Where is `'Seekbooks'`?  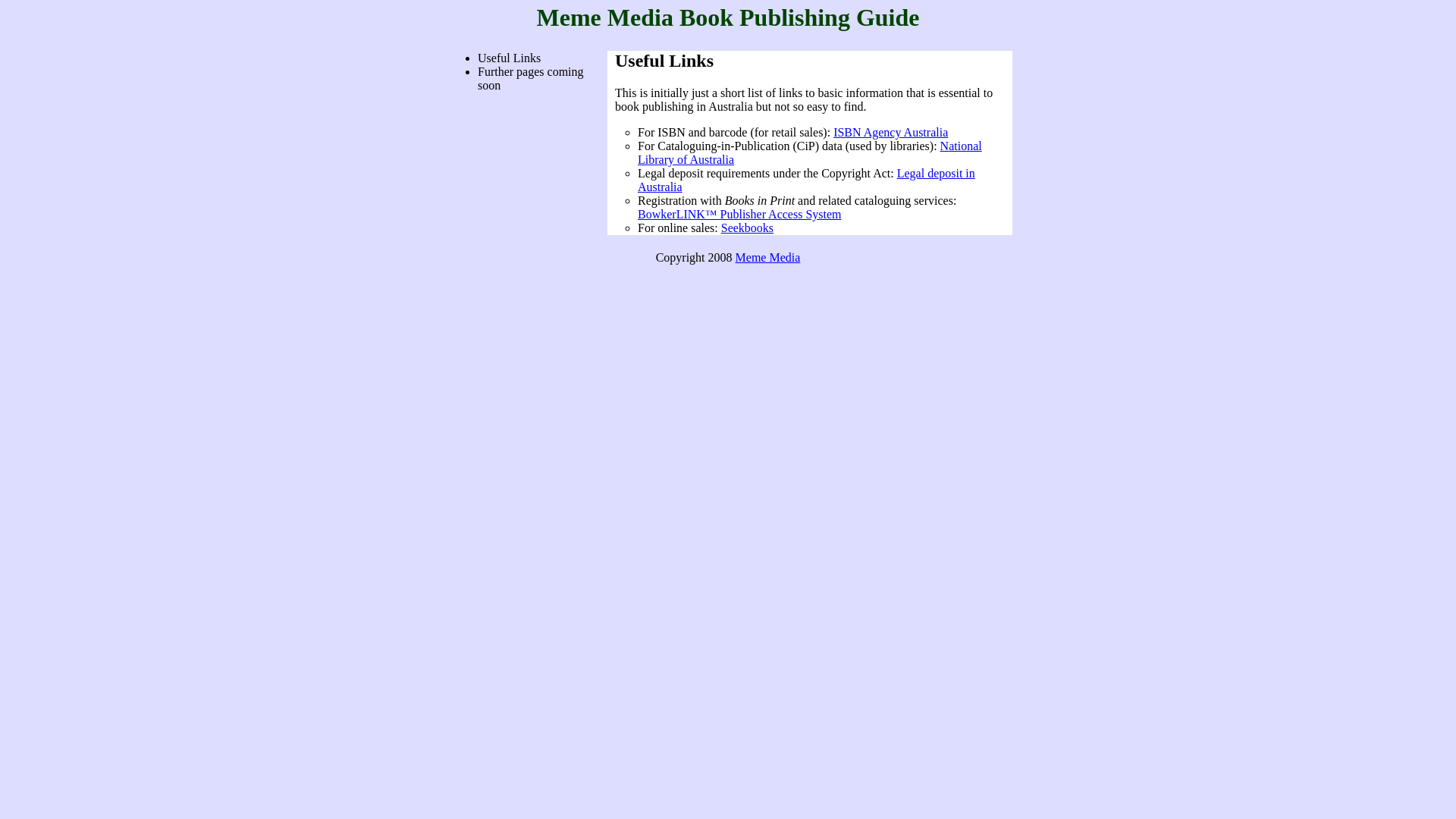
'Seekbooks' is located at coordinates (747, 227).